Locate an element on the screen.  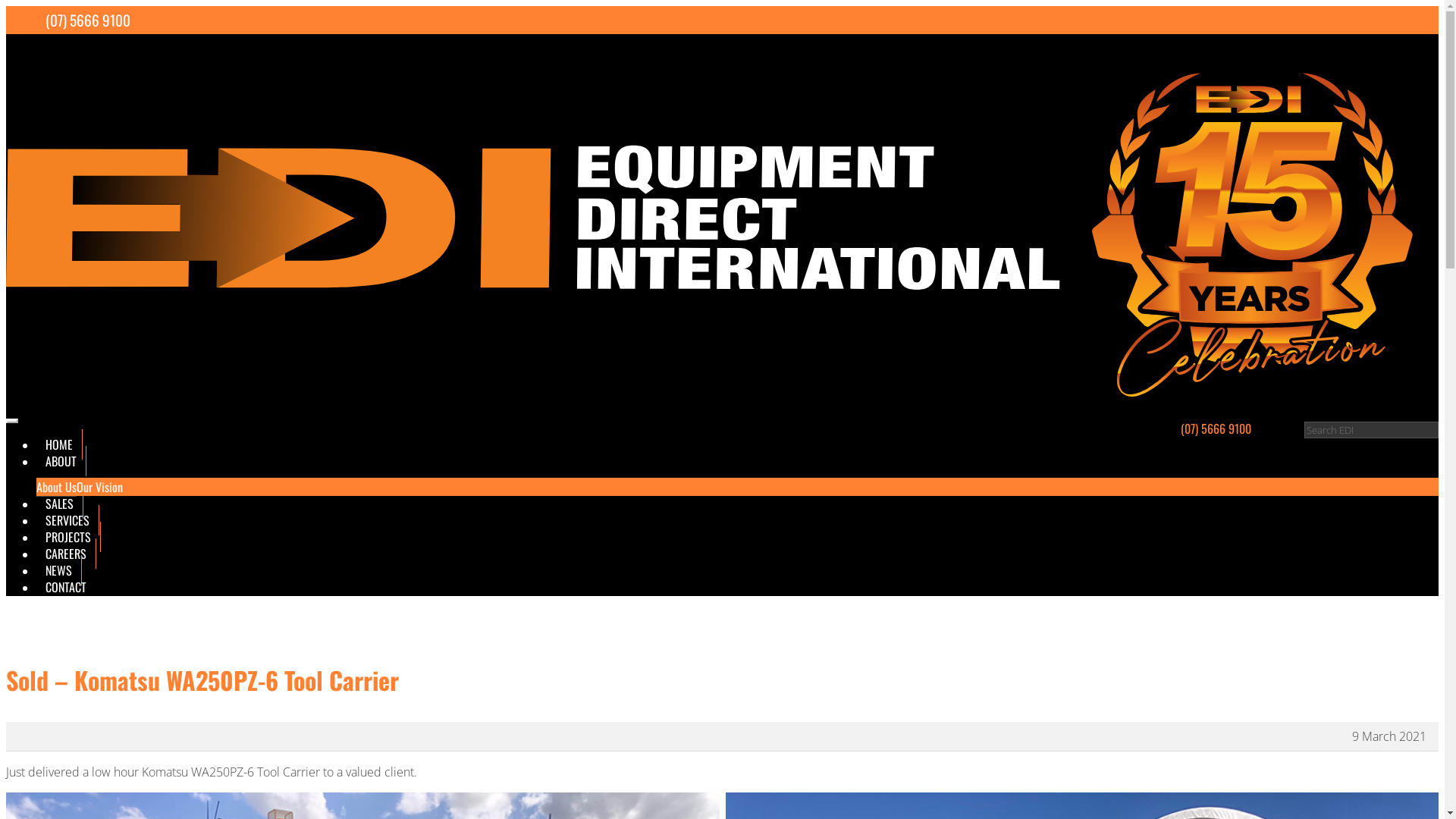
'ABOUT' is located at coordinates (36, 460).